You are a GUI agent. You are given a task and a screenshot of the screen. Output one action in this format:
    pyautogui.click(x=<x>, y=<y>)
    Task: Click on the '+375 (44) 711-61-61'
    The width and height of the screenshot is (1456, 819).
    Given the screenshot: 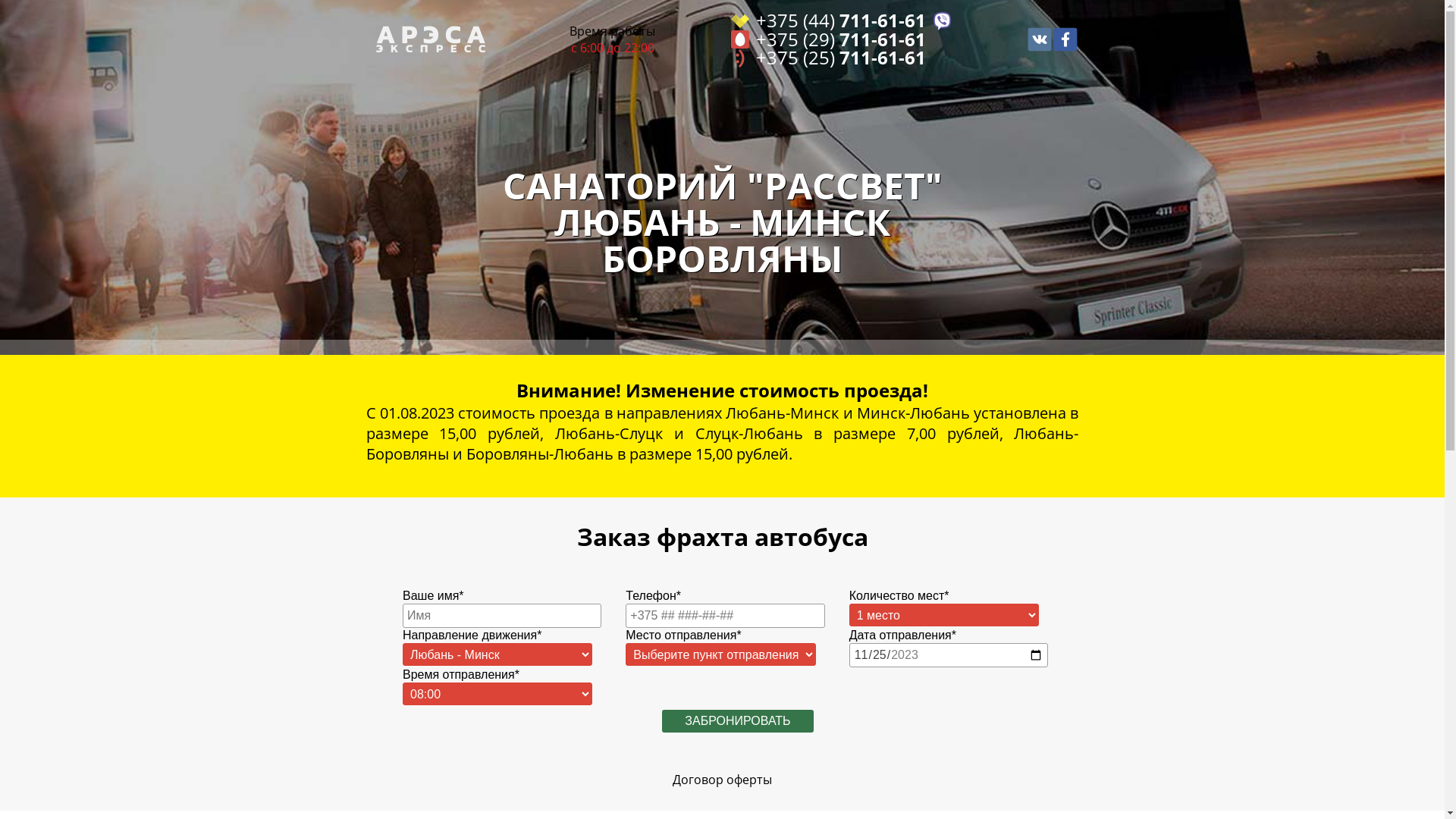 What is the action you would take?
    pyautogui.click(x=840, y=20)
    